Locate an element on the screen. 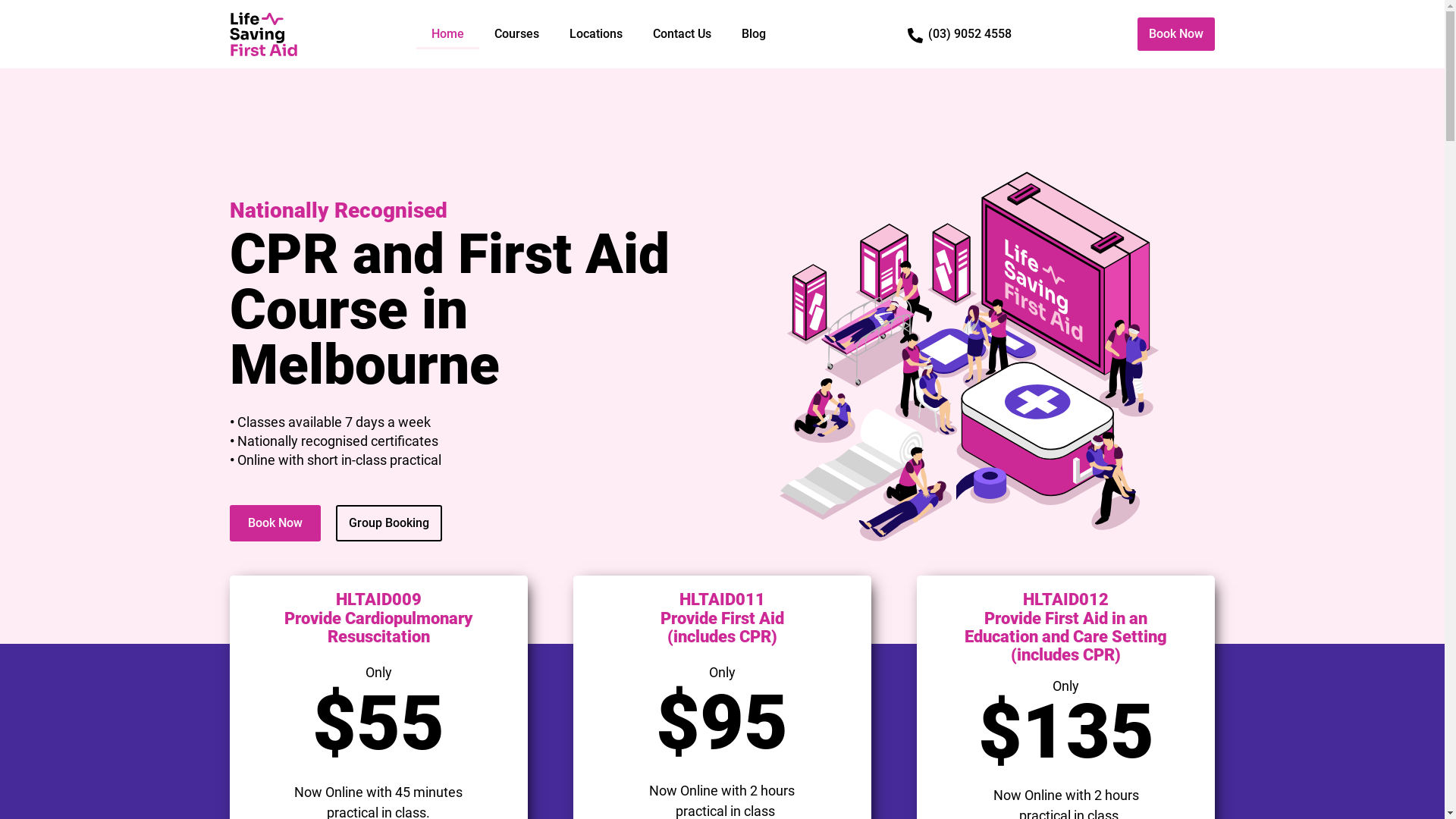  'Group Booking' is located at coordinates (388, 522).